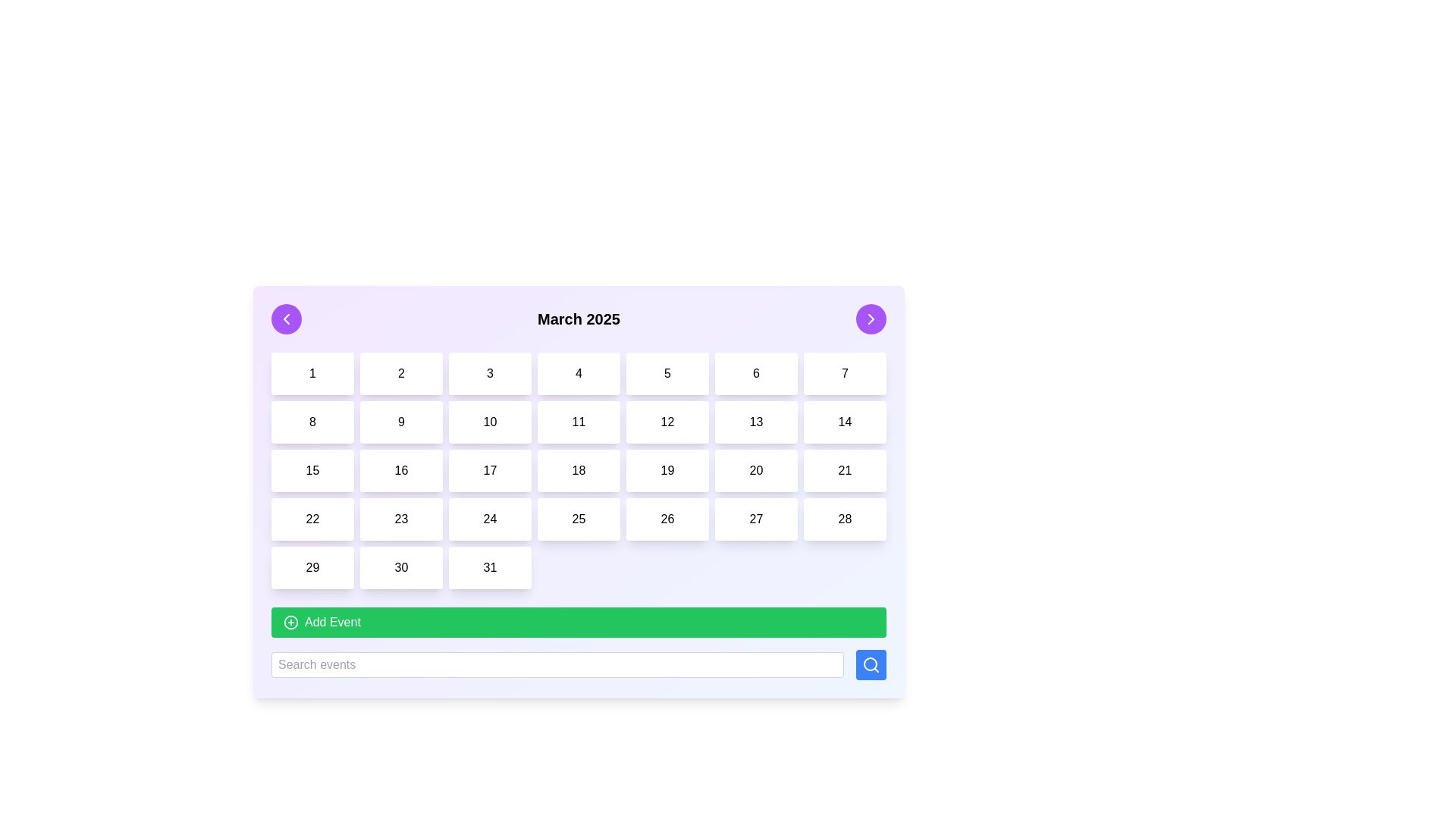 The height and width of the screenshot is (819, 1456). Describe the element at coordinates (844, 519) in the screenshot. I see `from the center of the calendar day cell containing the text '28'` at that location.